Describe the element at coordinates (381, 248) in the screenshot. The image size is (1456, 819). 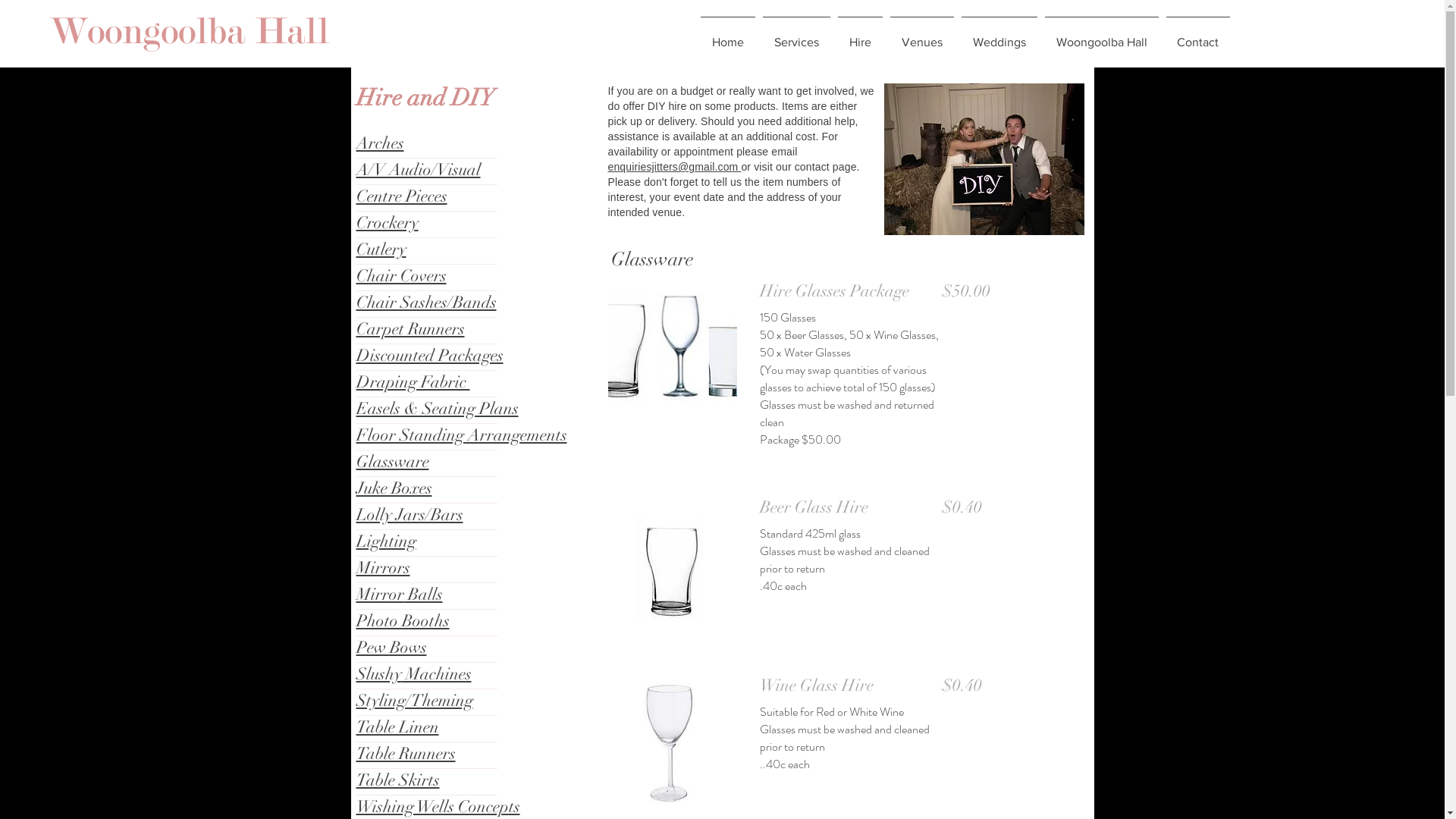
I see `'Cutlery'` at that location.